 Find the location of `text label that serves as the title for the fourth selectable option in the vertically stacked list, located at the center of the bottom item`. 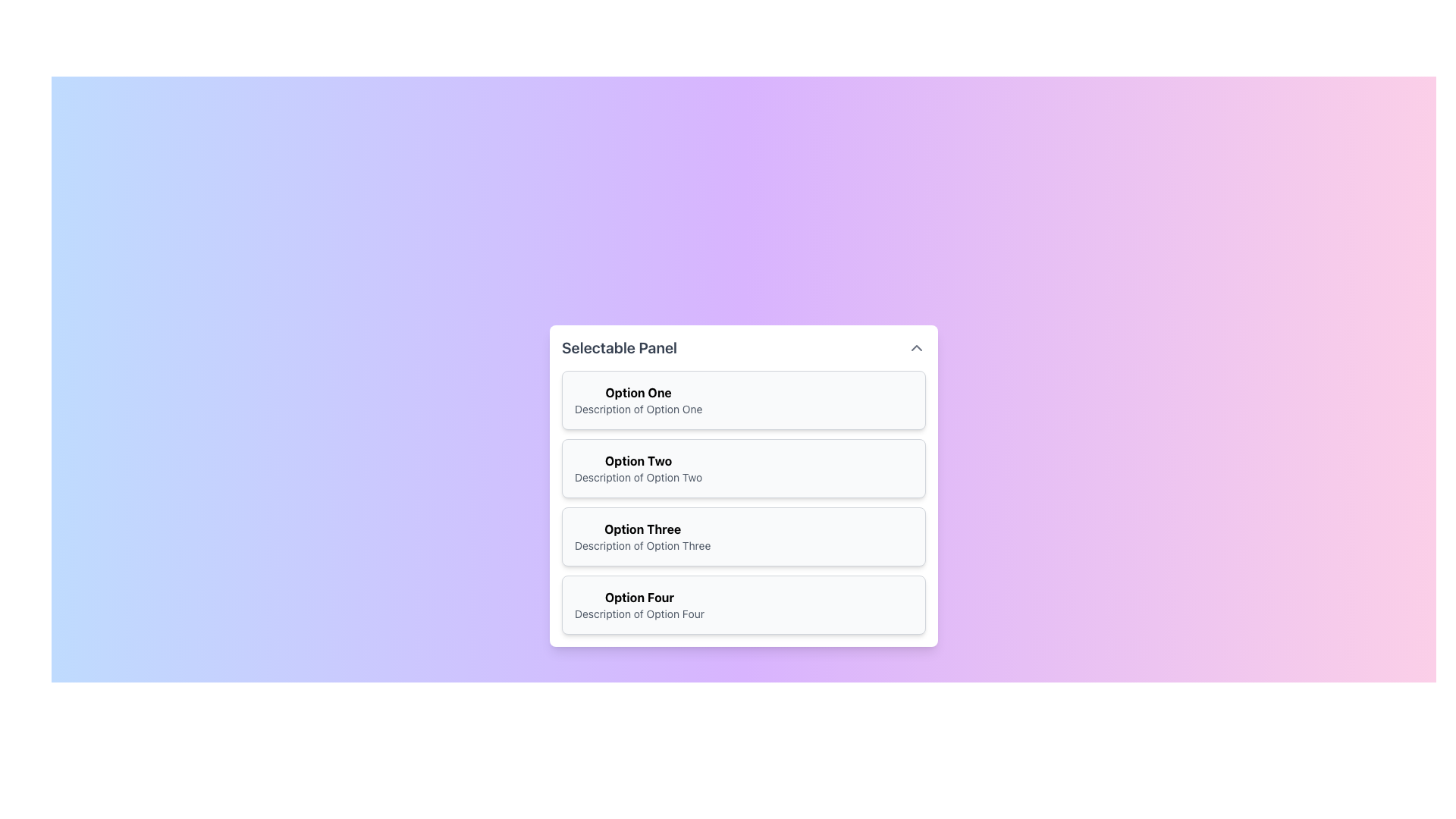

text label that serves as the title for the fourth selectable option in the vertically stacked list, located at the center of the bottom item is located at coordinates (639, 596).